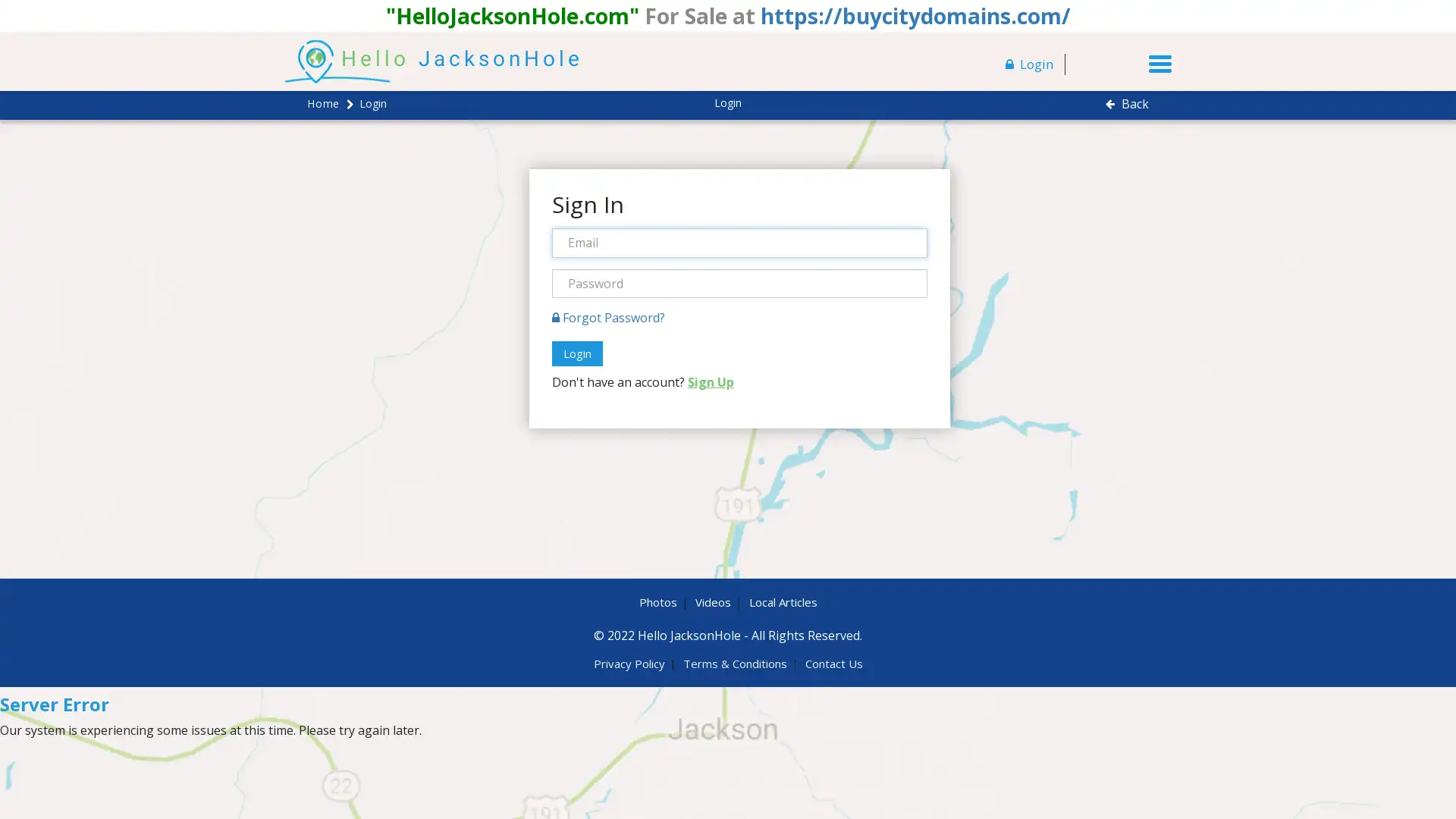 Image resolution: width=1456 pixels, height=819 pixels. Describe the element at coordinates (576, 353) in the screenshot. I see `Login` at that location.